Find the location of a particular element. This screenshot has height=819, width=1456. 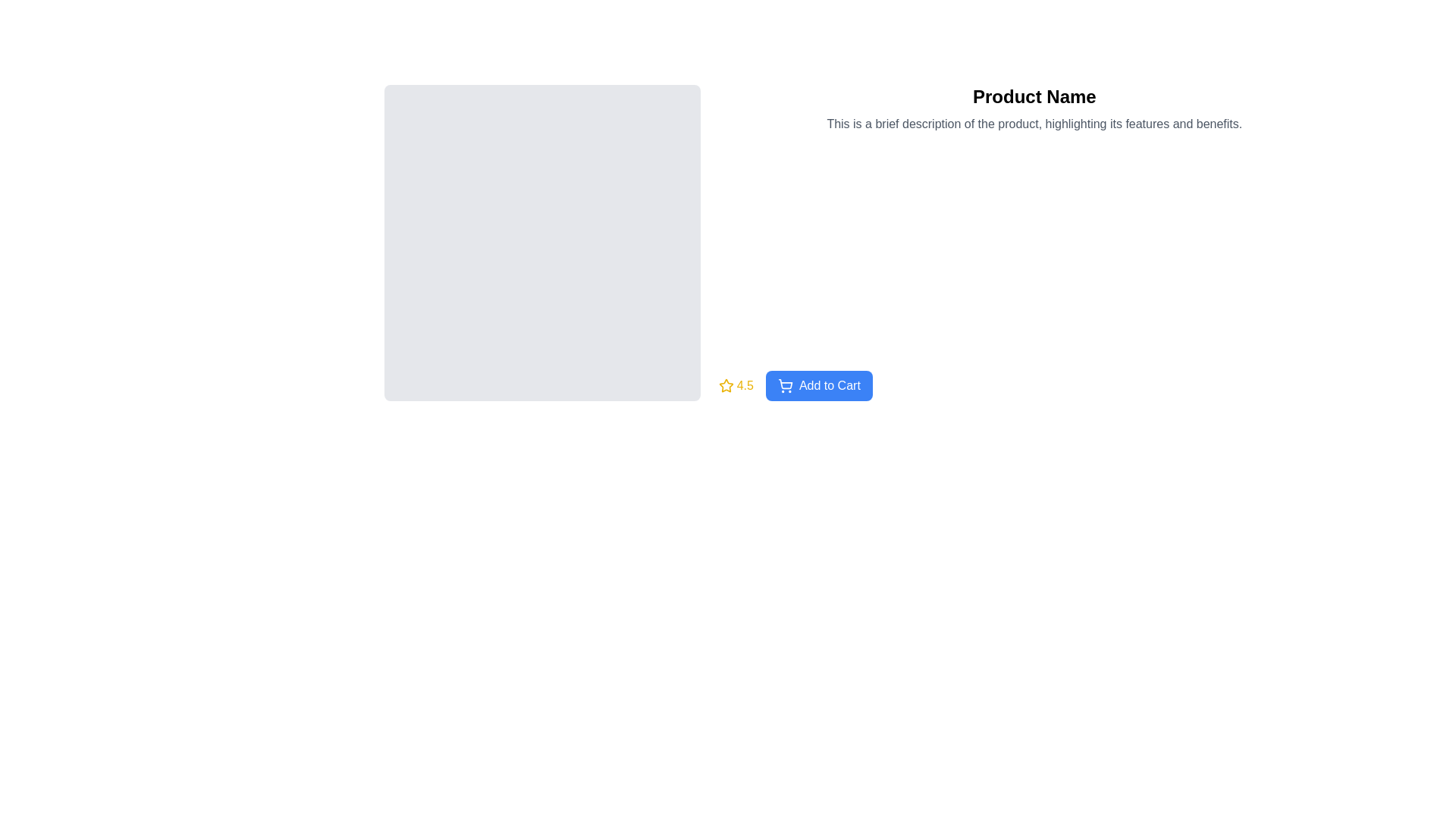

the five-pointed star icon outlined in yellow that represents the rating feature, located directly to the left of the numeric rating value '4.5' is located at coordinates (725, 384).